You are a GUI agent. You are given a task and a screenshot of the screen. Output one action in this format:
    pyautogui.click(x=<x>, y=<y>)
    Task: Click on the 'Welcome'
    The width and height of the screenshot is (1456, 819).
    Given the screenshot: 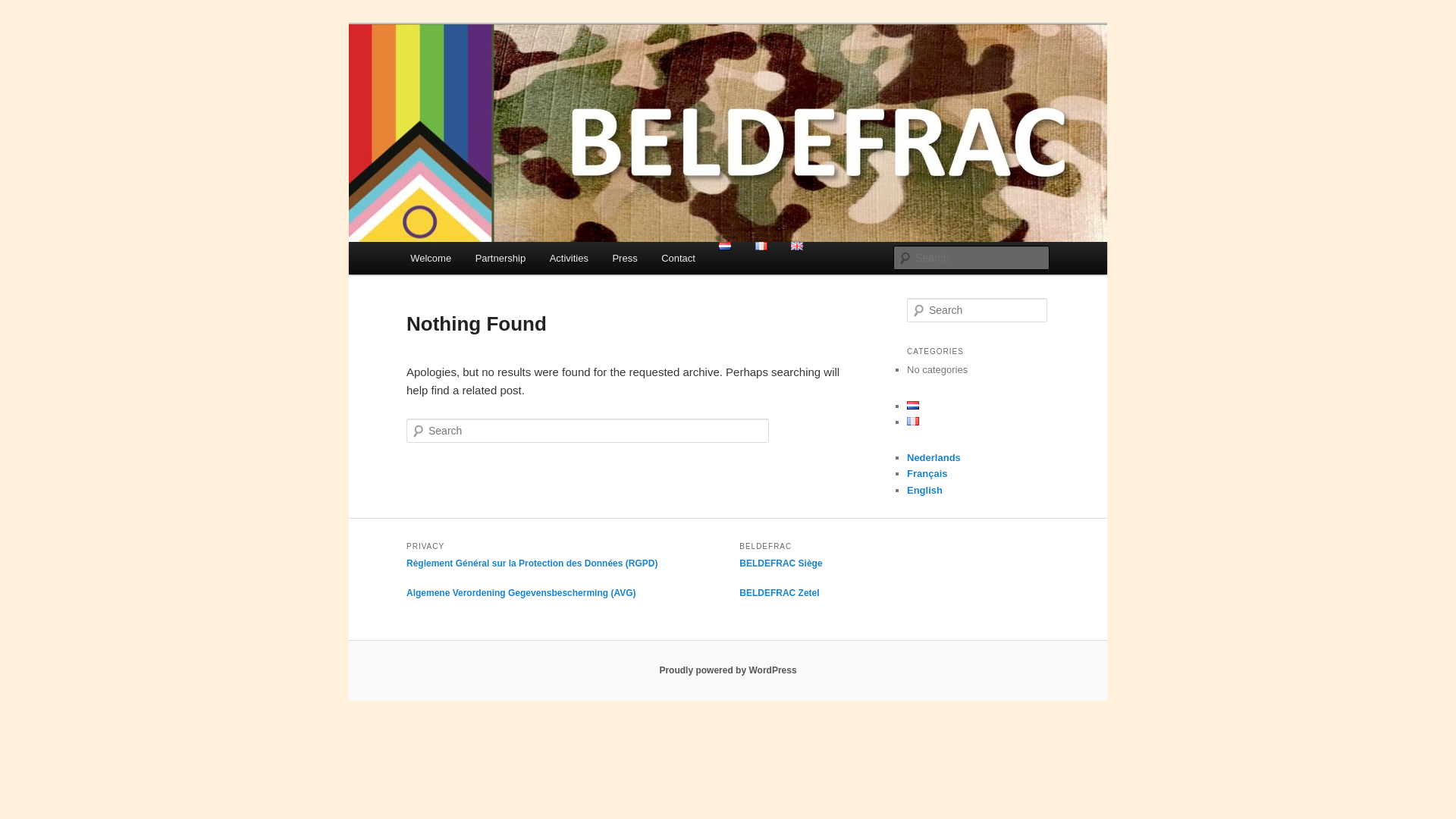 What is the action you would take?
    pyautogui.click(x=429, y=257)
    